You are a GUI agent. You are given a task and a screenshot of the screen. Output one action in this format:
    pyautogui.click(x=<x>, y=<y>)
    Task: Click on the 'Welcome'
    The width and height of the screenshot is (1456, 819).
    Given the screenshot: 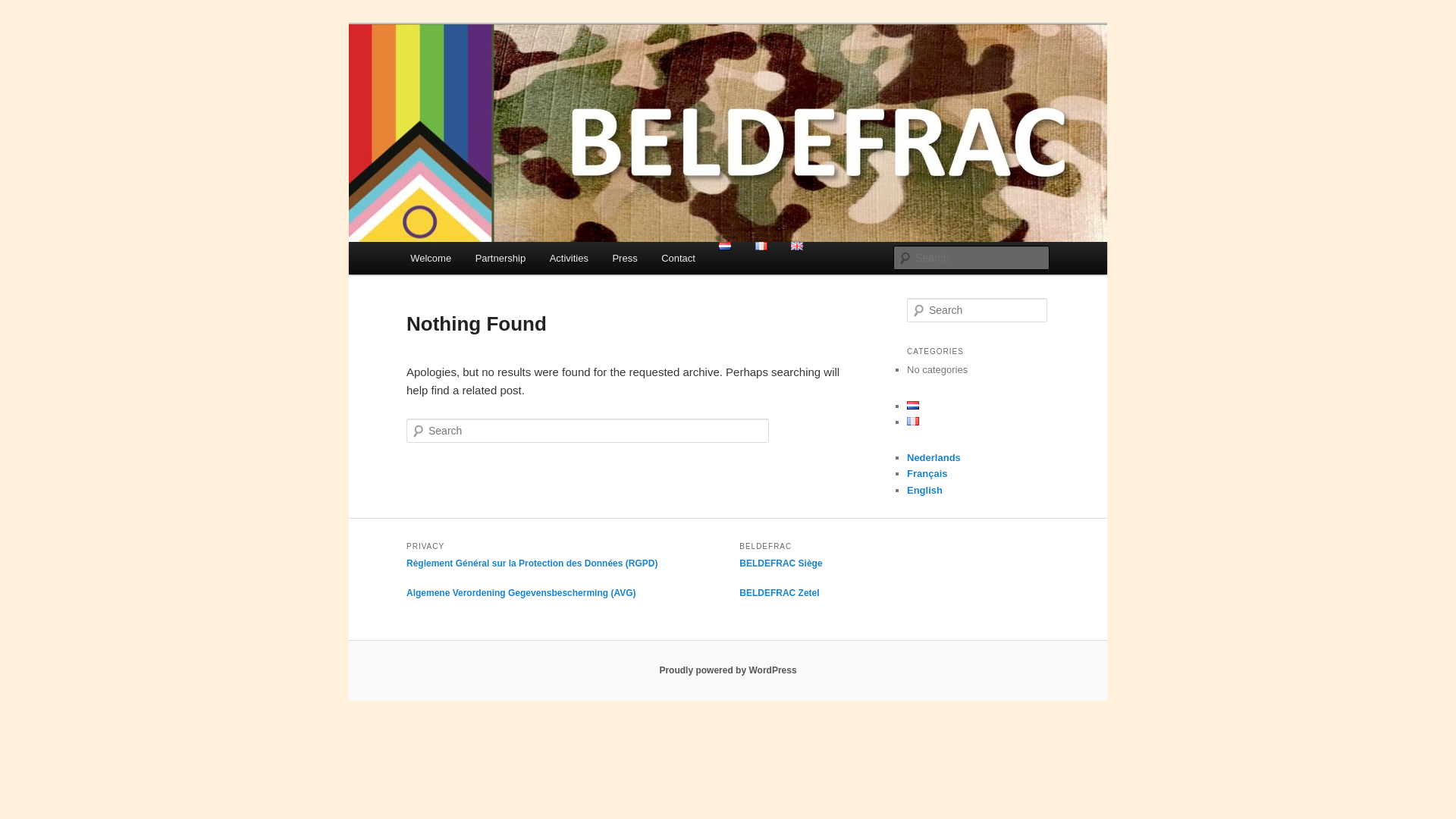 What is the action you would take?
    pyautogui.click(x=429, y=257)
    